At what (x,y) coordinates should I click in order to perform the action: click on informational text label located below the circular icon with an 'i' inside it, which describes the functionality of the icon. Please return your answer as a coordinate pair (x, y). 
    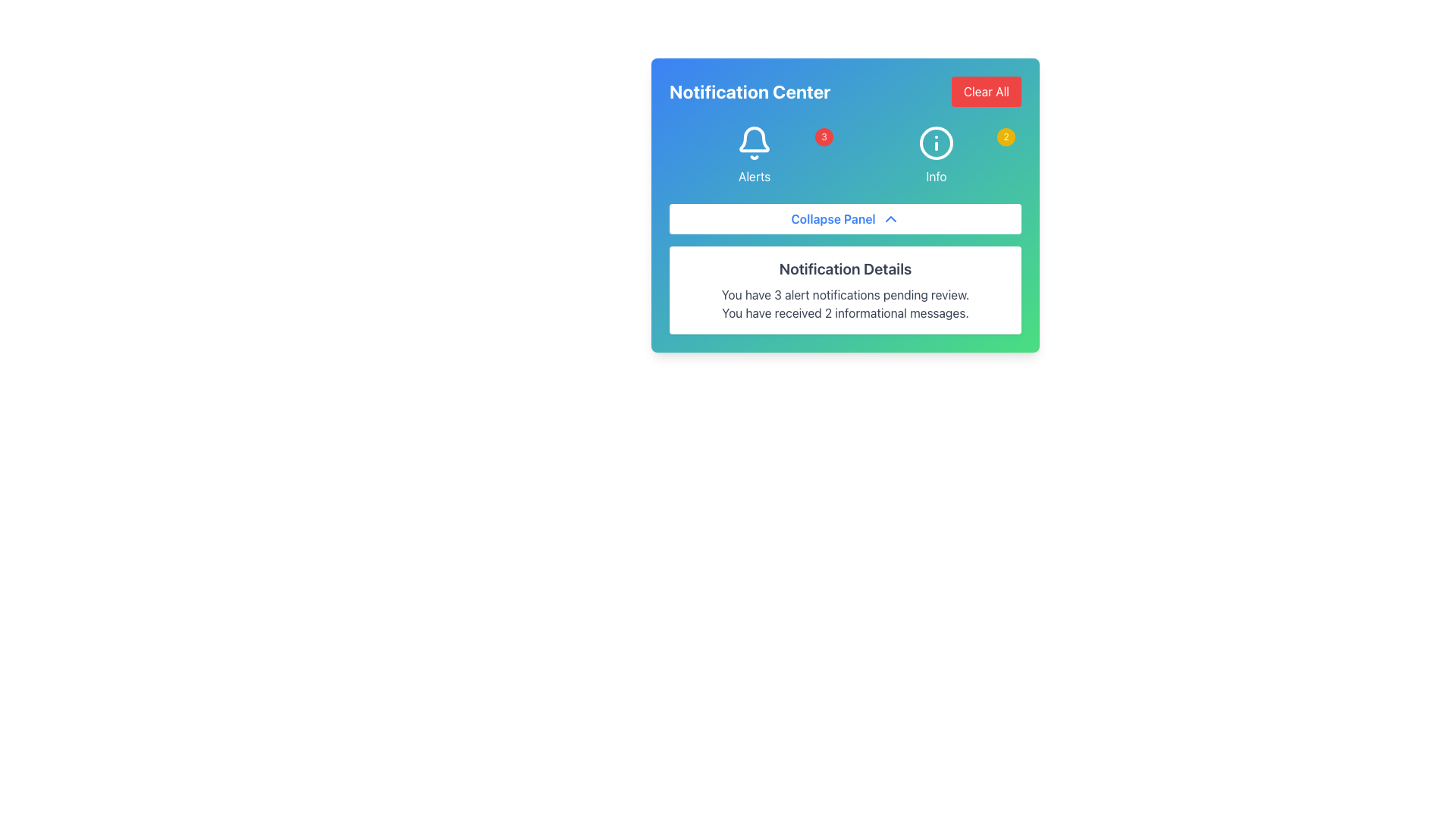
    Looking at the image, I should click on (935, 175).